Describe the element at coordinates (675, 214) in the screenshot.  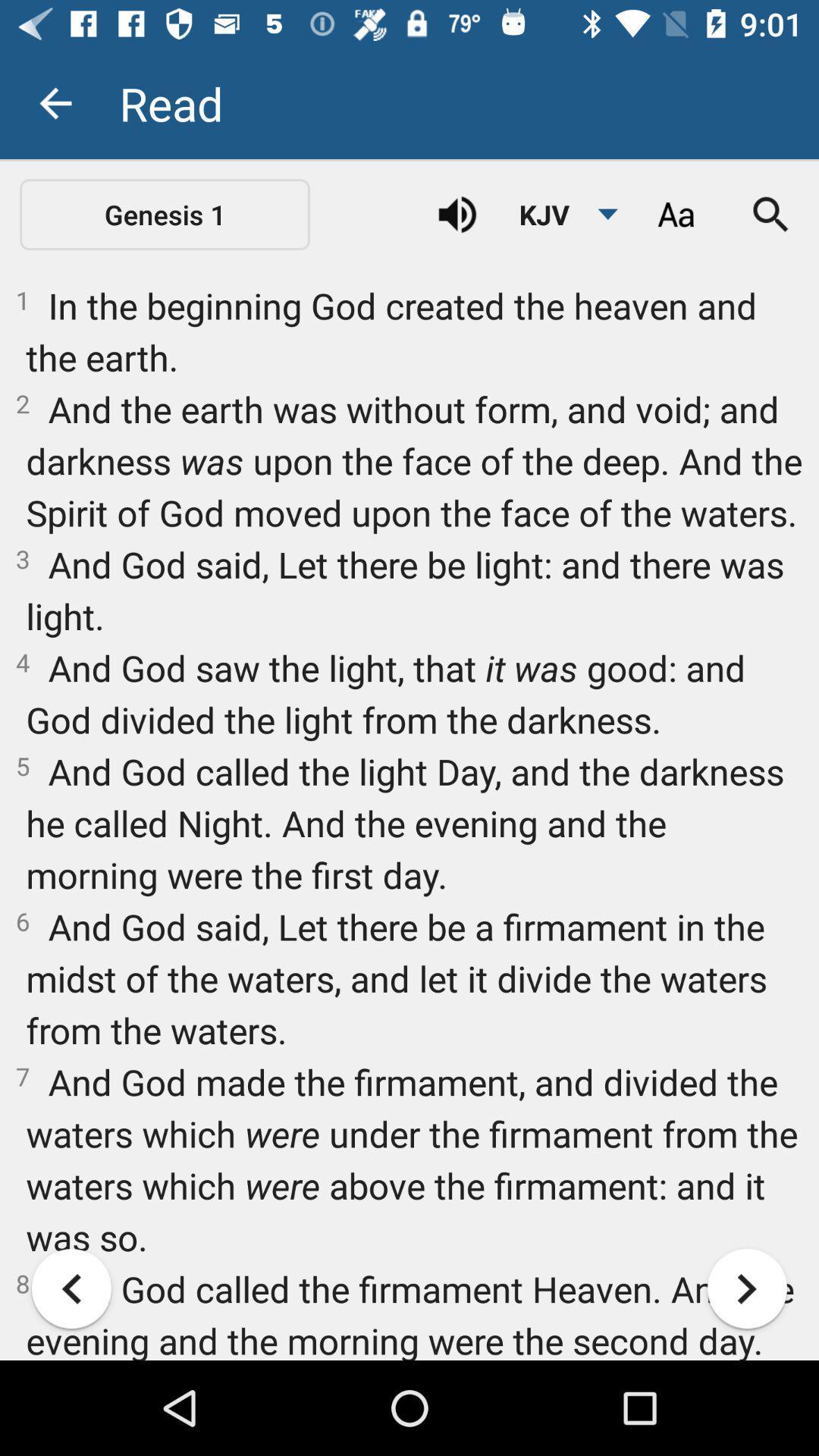
I see `choose font` at that location.